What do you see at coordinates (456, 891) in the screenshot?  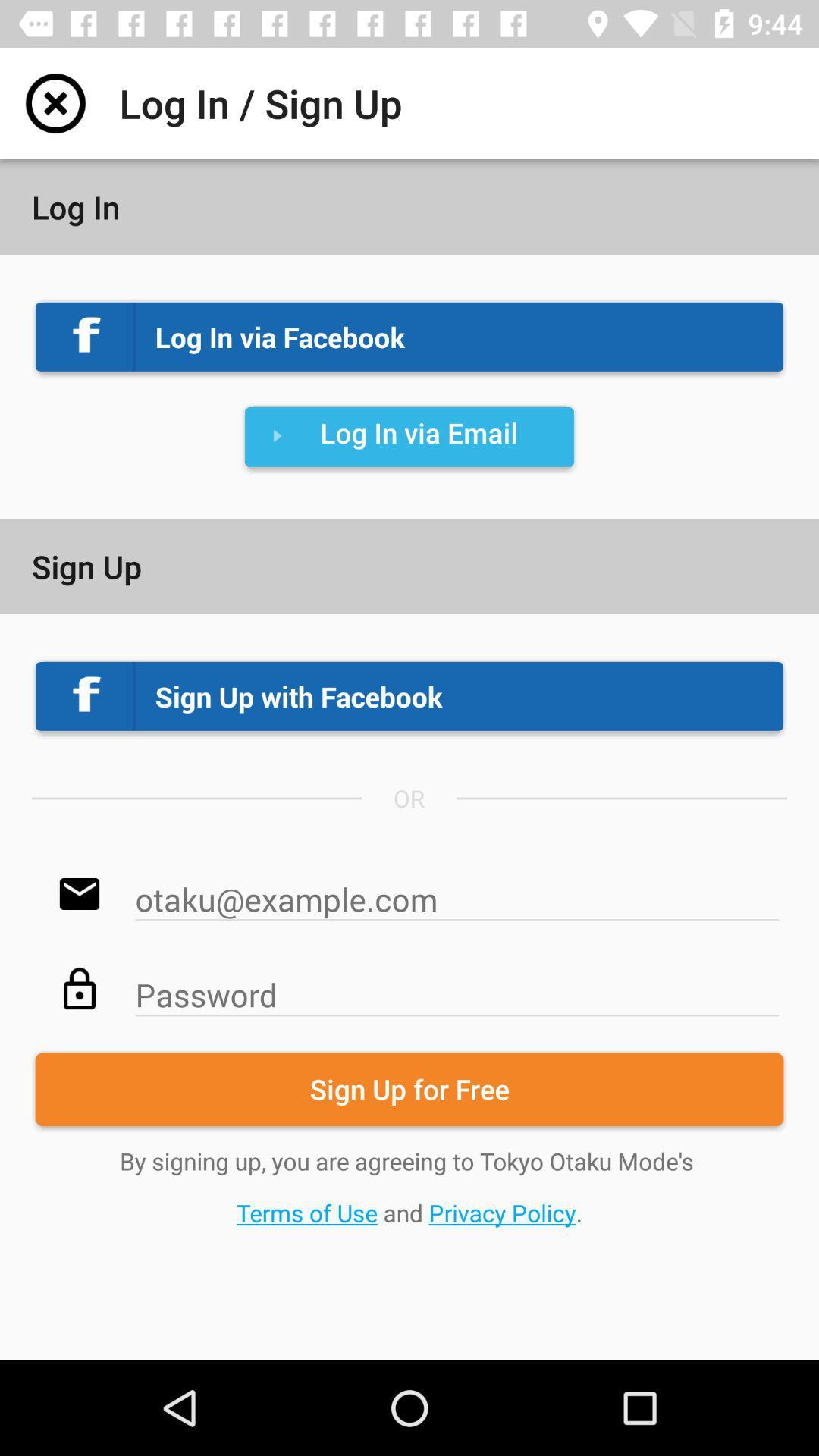 I see `email address` at bounding box center [456, 891].